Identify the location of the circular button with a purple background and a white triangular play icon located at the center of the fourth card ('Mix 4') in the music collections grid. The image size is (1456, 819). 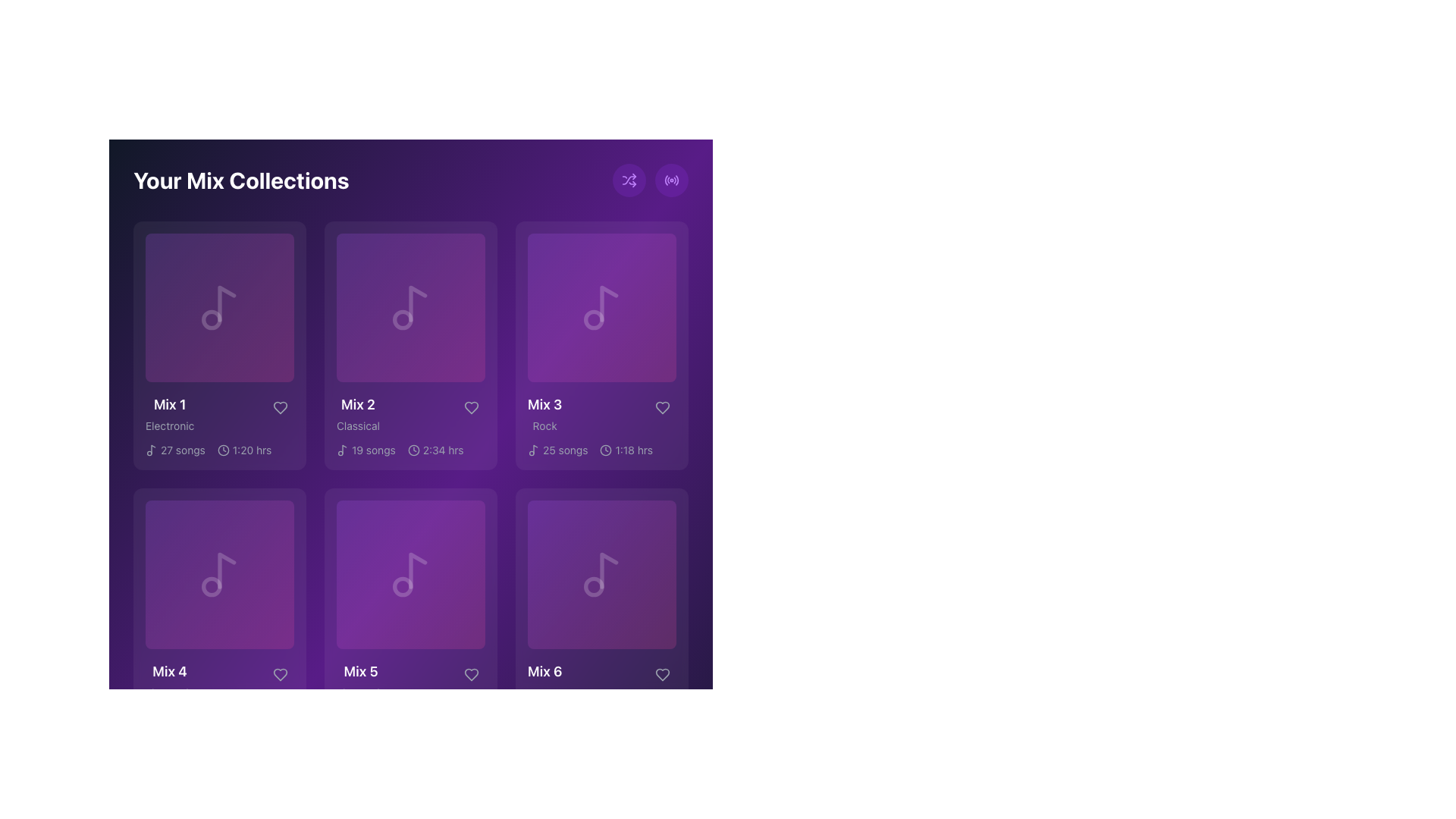
(218, 575).